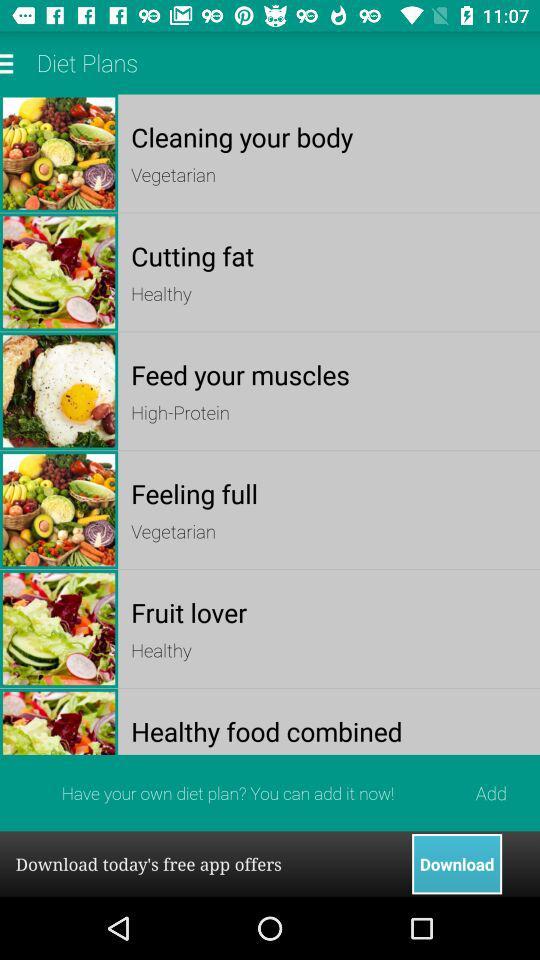 This screenshot has height=960, width=540. What do you see at coordinates (329, 136) in the screenshot?
I see `the cleaning your body icon` at bounding box center [329, 136].